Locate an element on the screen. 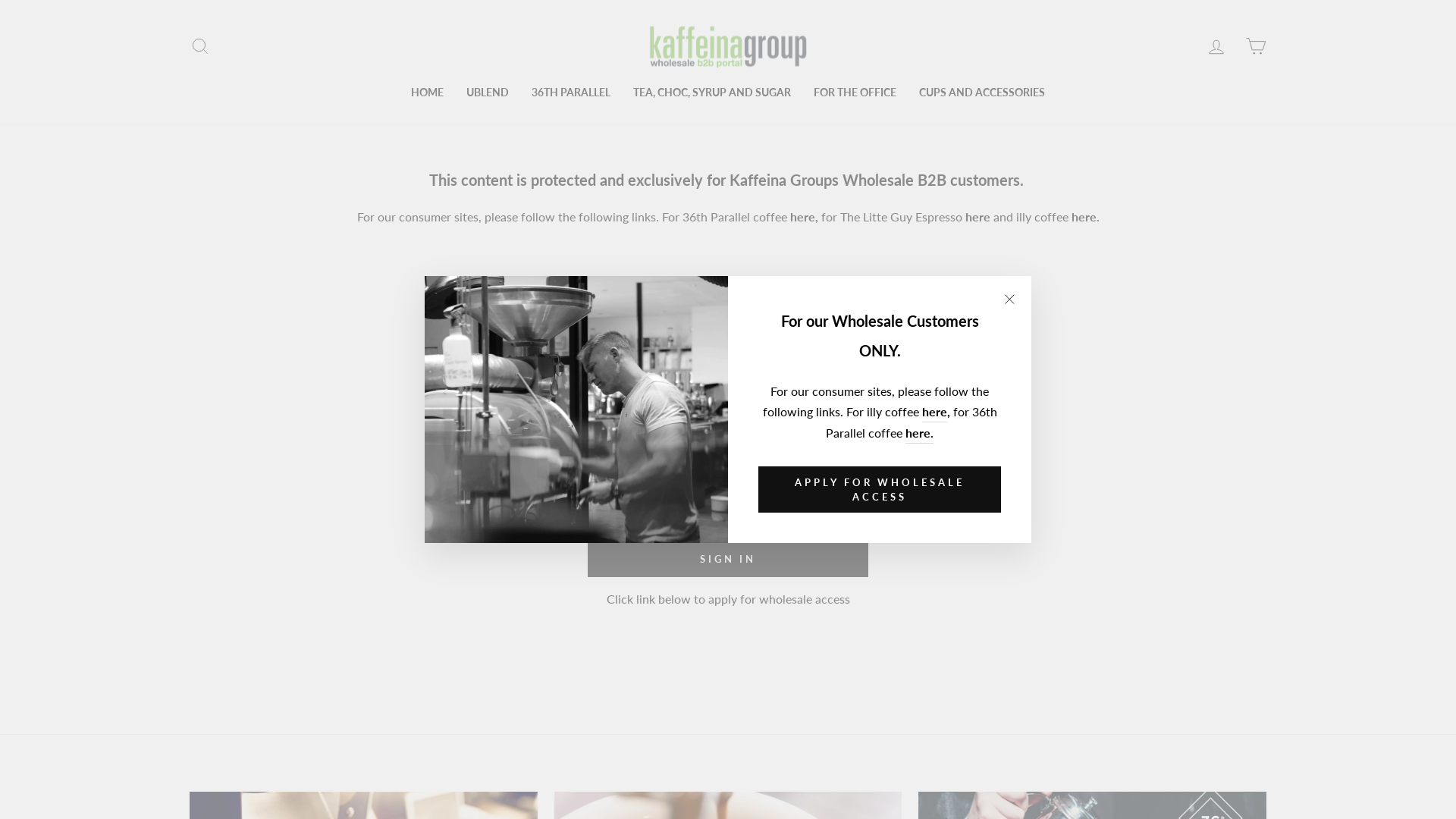  'CART' is located at coordinates (1256, 45).